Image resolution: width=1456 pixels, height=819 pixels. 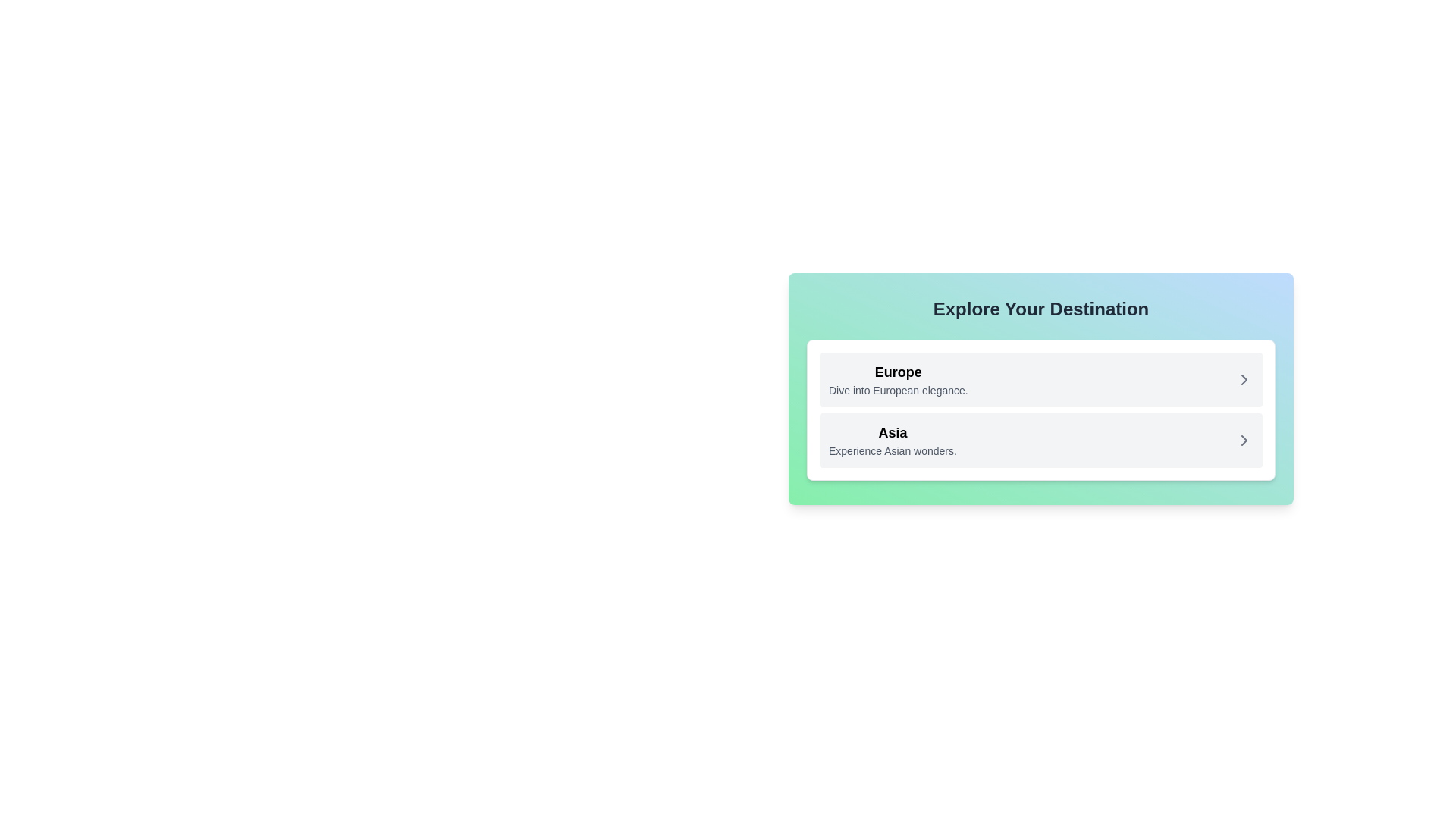 I want to click on the destination selection text block for 'Asia' located below the 'Europe' option within the 'Explore Your Destination' card, so click(x=893, y=441).